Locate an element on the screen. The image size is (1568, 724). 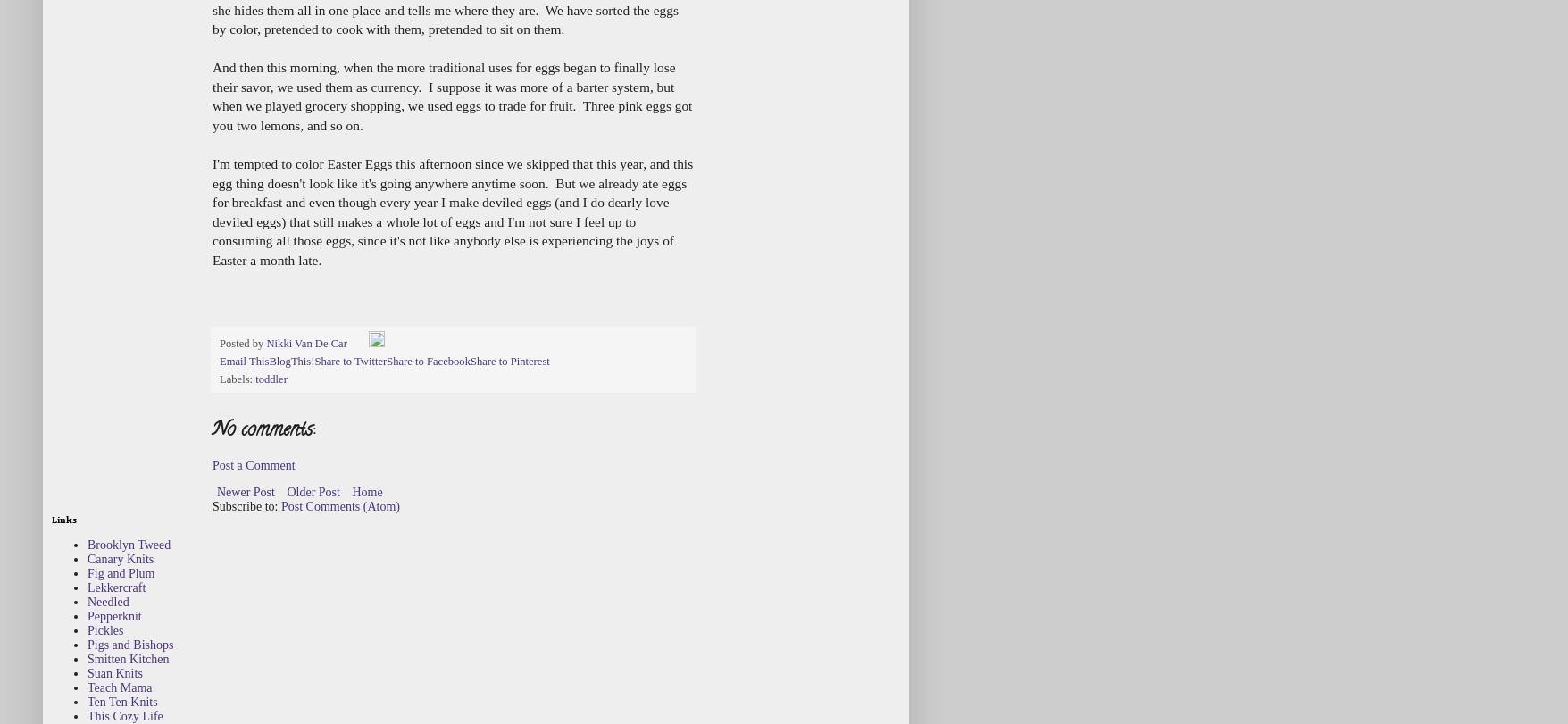
'This Cozy Life' is located at coordinates (123, 714).